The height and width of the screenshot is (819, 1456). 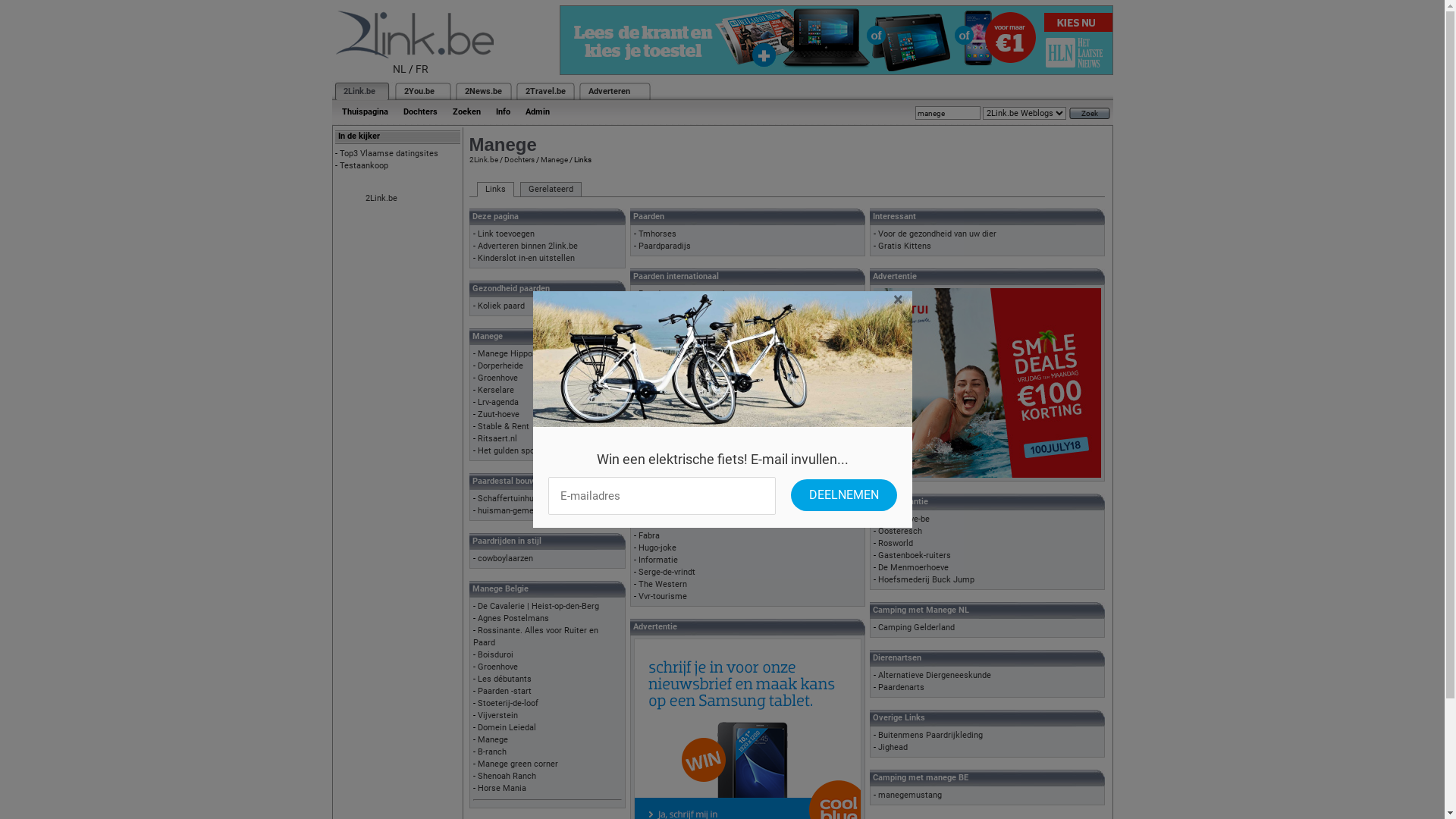 I want to click on 'Hugo-joke', so click(x=638, y=548).